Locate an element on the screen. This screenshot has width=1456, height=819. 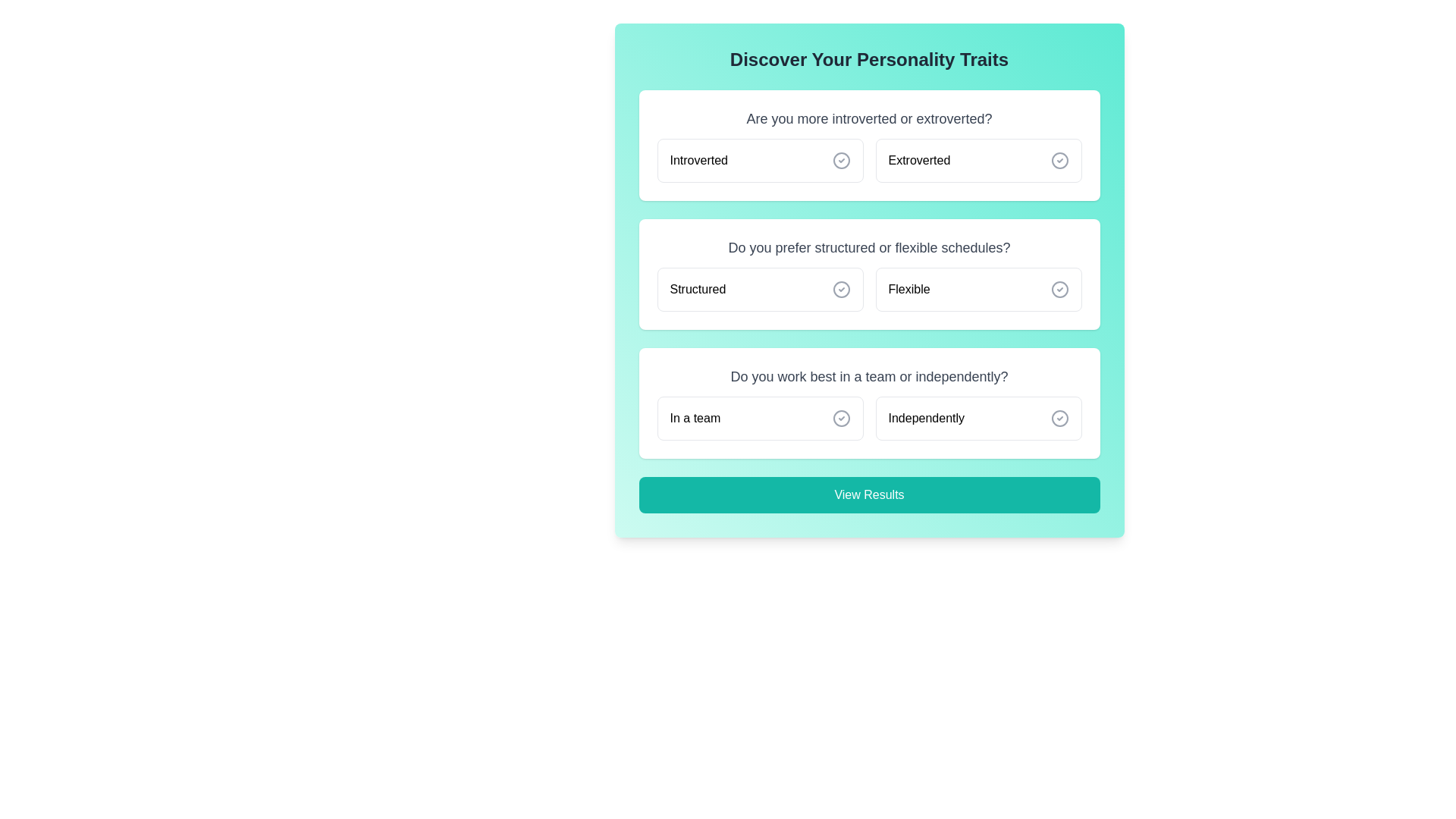
the icon indicating the selected or enabled state for the 'Flexible' option in the scheduling preferences question to confirm the selection is located at coordinates (1059, 289).